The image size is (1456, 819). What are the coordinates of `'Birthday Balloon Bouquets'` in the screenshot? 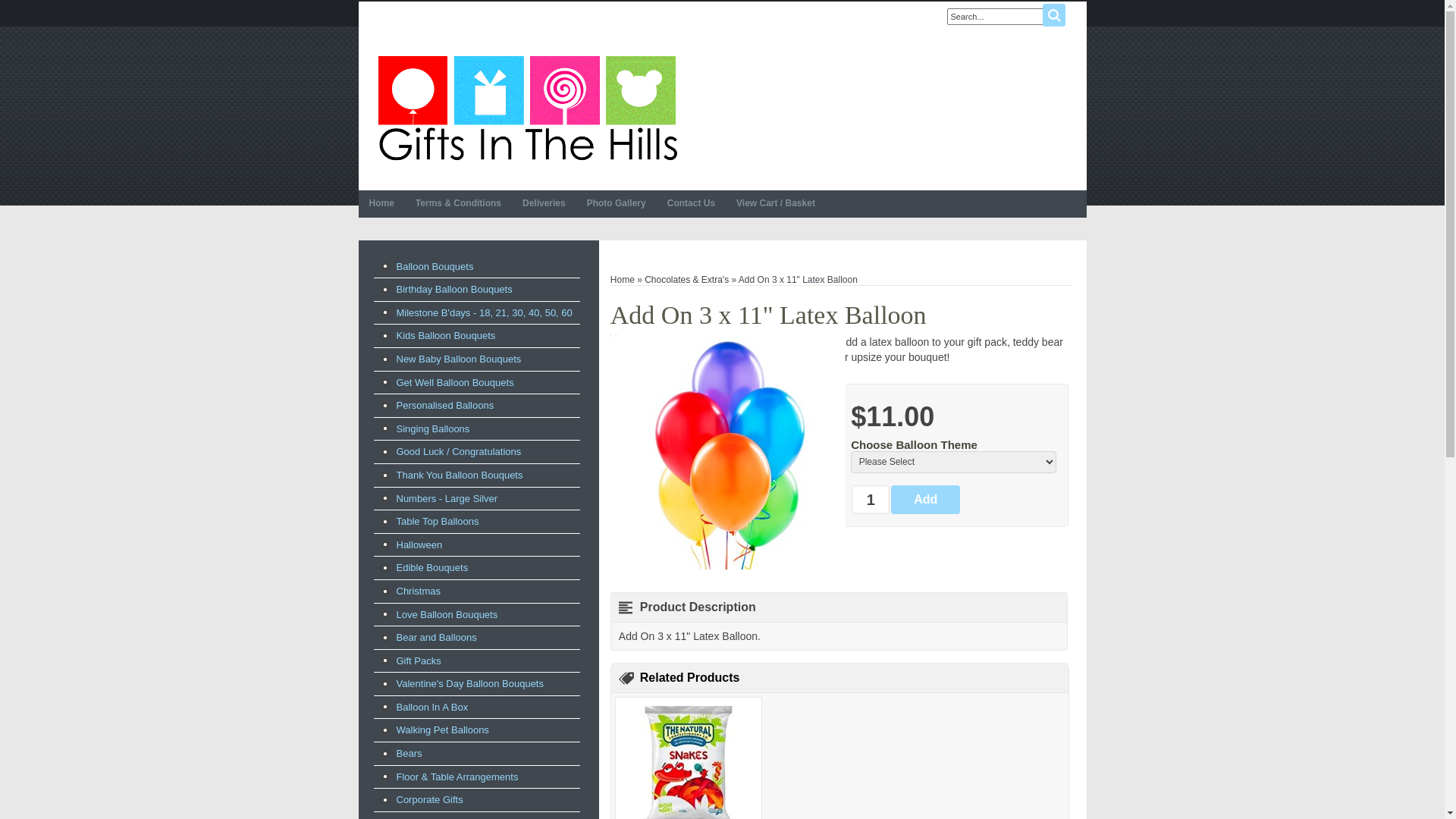 It's located at (475, 289).